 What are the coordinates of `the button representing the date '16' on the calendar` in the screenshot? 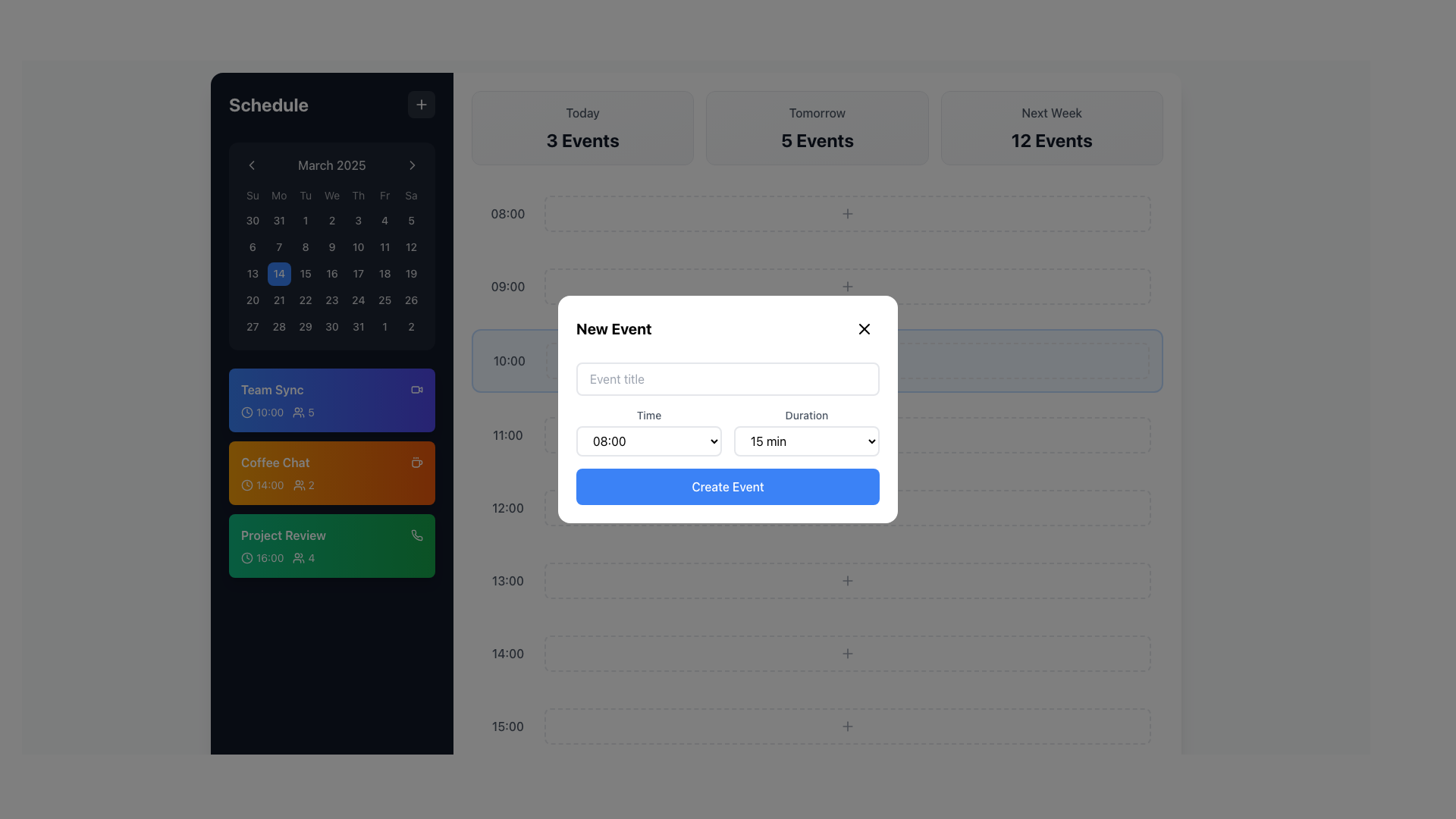 It's located at (331, 274).